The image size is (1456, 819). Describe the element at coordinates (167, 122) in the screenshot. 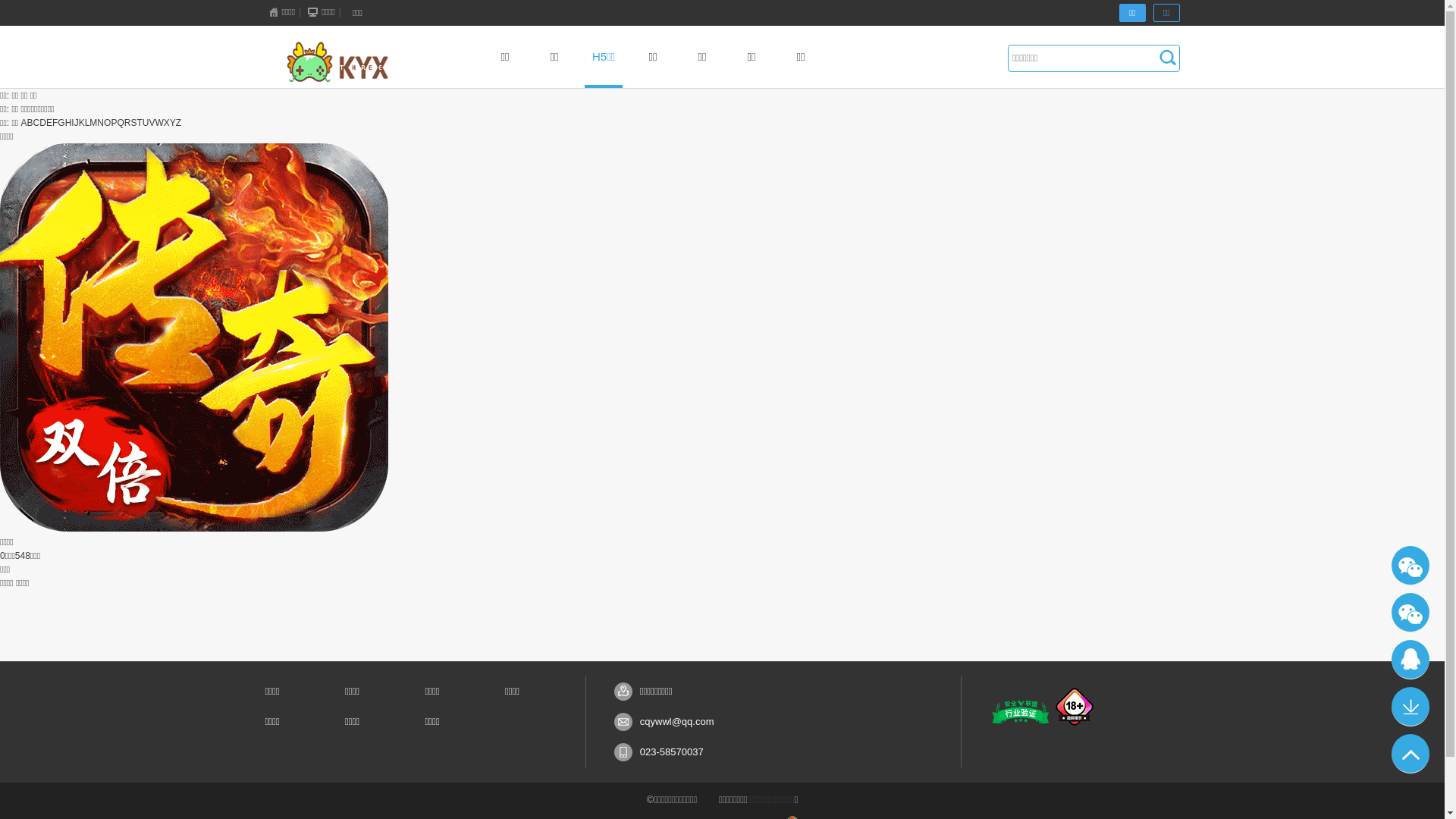

I see `'X'` at that location.